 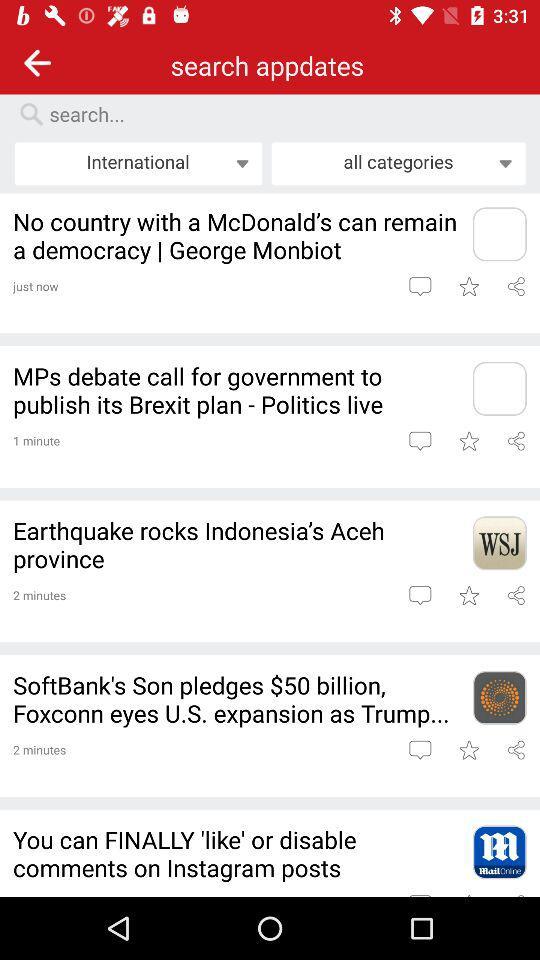 I want to click on the article, so click(x=468, y=285).